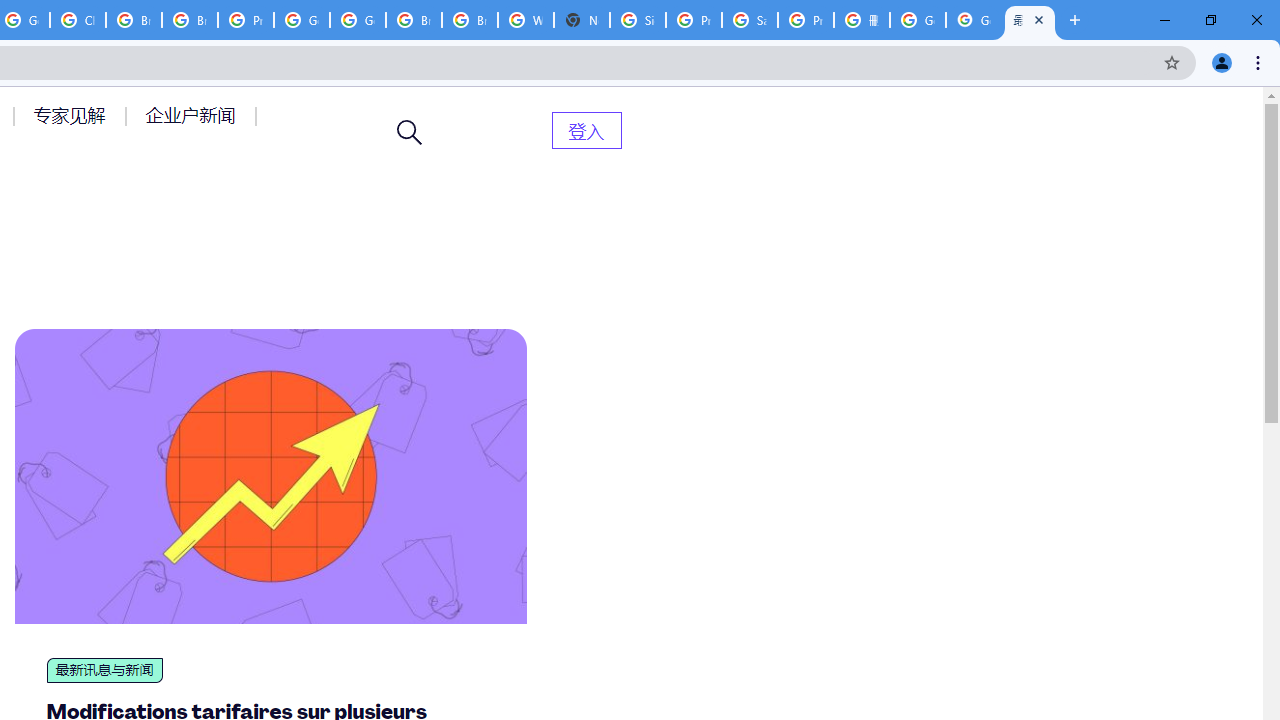 This screenshot has height=720, width=1280. I want to click on 'Open search form', so click(409, 132).